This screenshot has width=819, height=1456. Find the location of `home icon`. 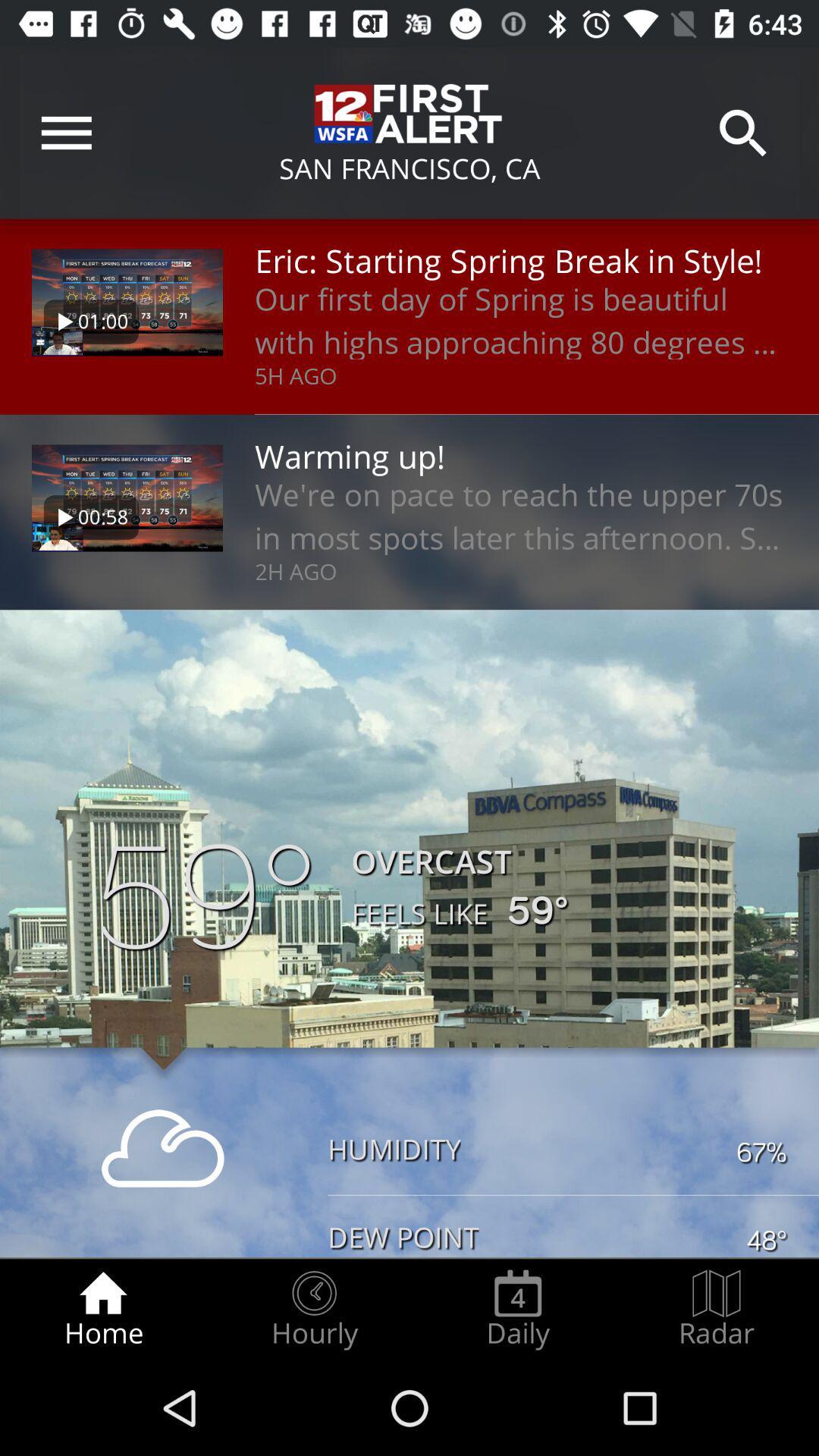

home icon is located at coordinates (102, 1309).